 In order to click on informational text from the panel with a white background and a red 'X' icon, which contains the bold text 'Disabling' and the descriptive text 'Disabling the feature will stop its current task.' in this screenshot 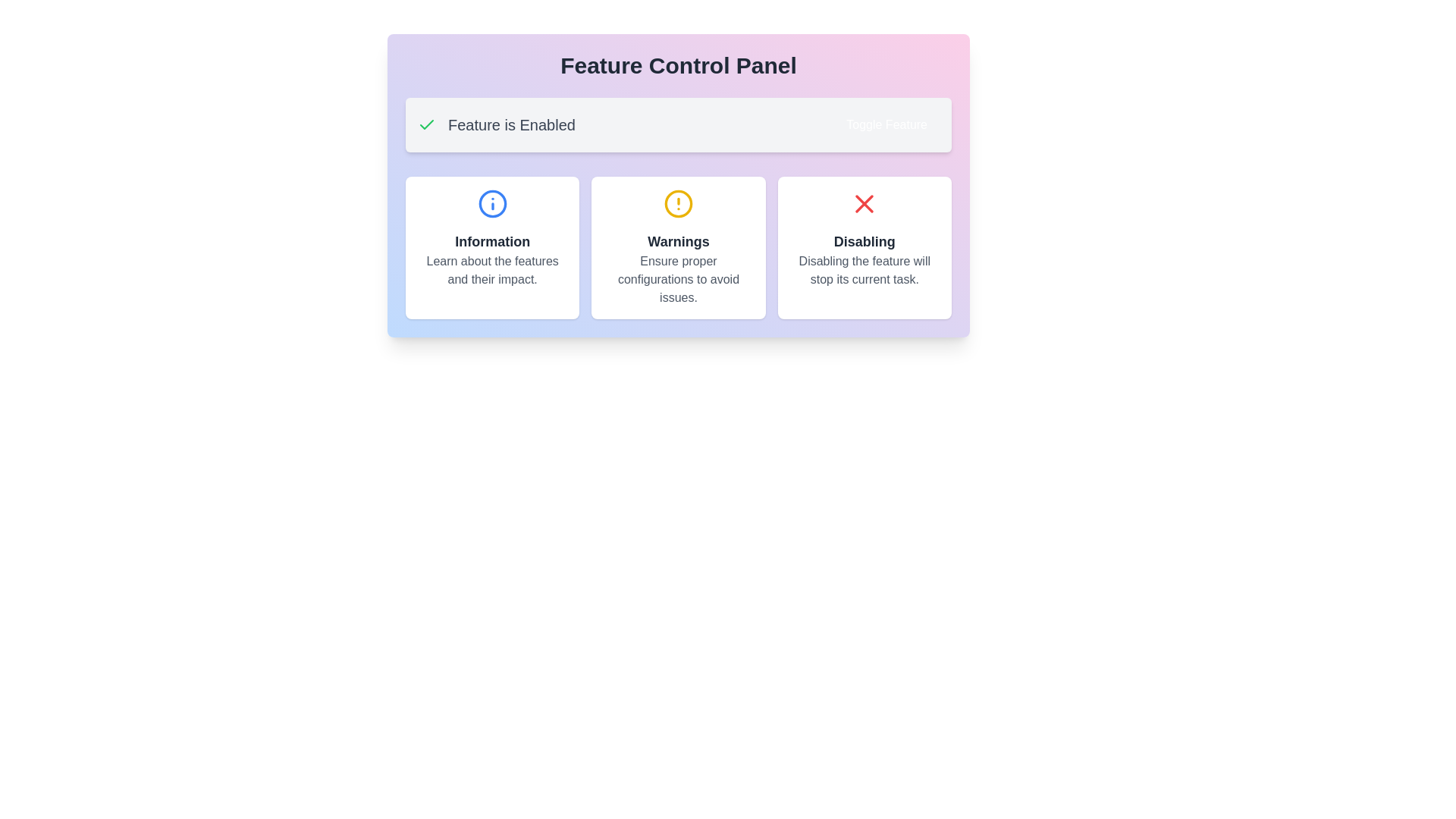, I will do `click(864, 247)`.